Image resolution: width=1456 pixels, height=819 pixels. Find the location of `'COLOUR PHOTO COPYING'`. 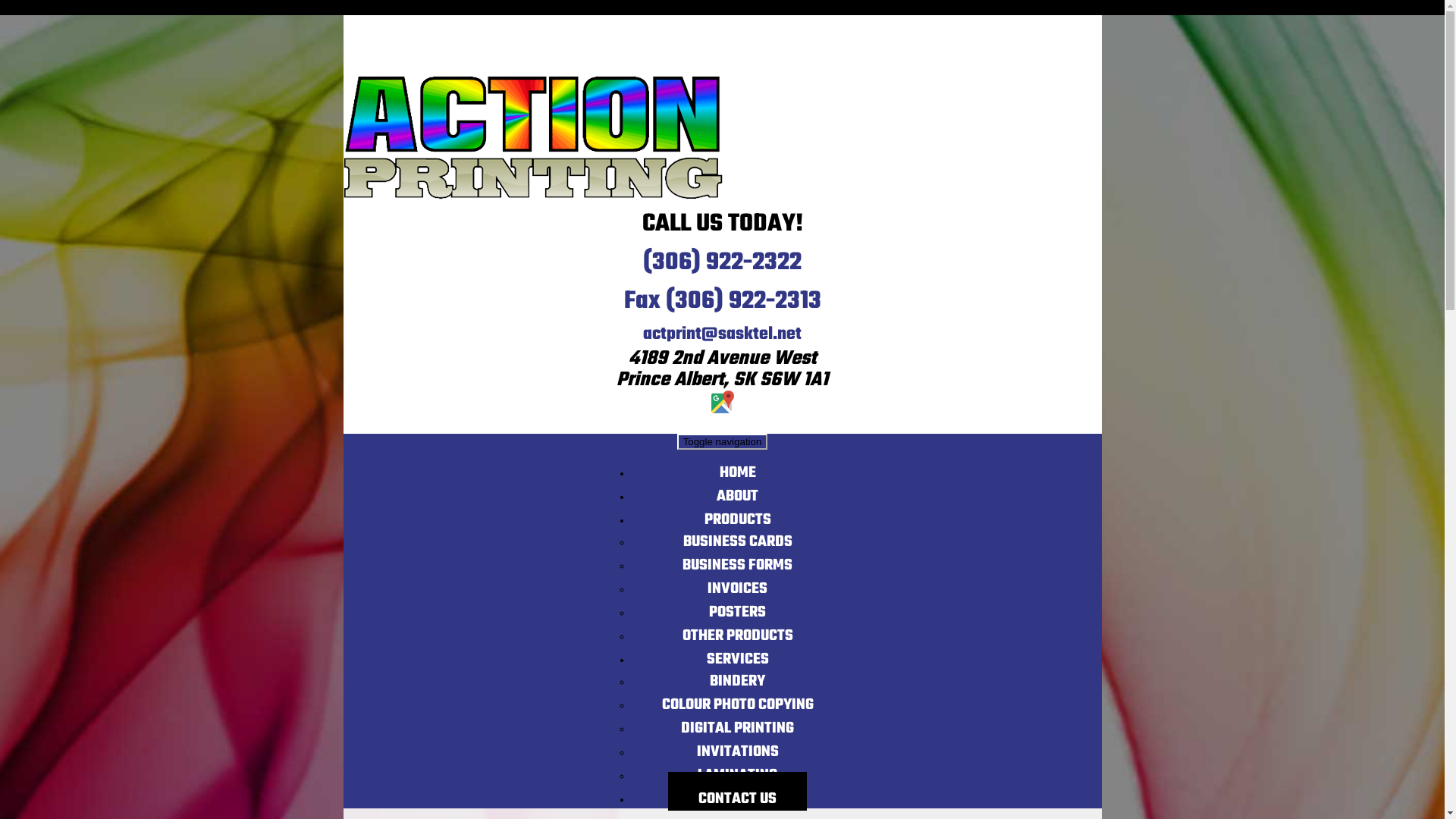

'COLOUR PHOTO COPYING' is located at coordinates (737, 697).